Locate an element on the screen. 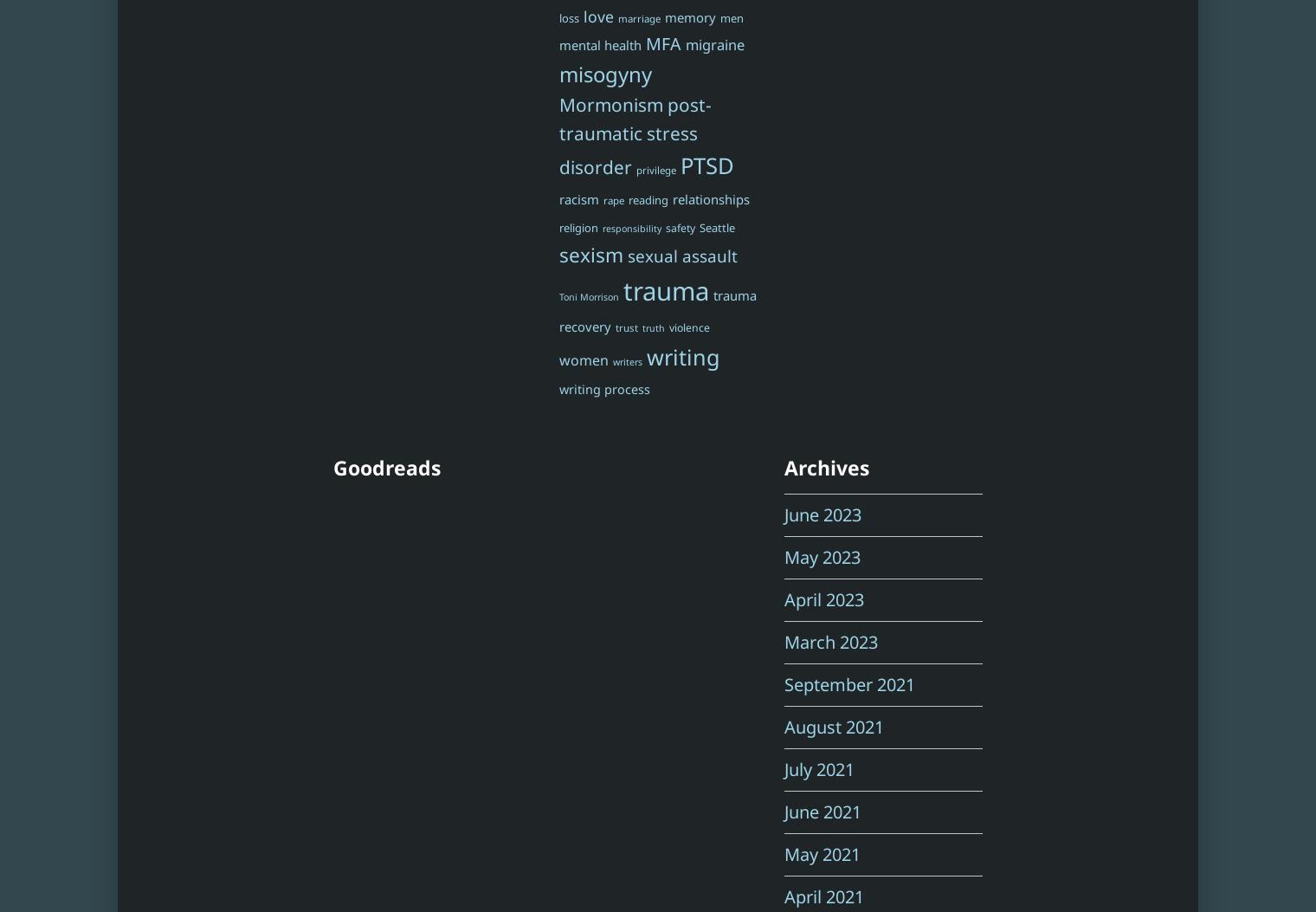 Image resolution: width=1316 pixels, height=912 pixels. 'rape' is located at coordinates (613, 199).